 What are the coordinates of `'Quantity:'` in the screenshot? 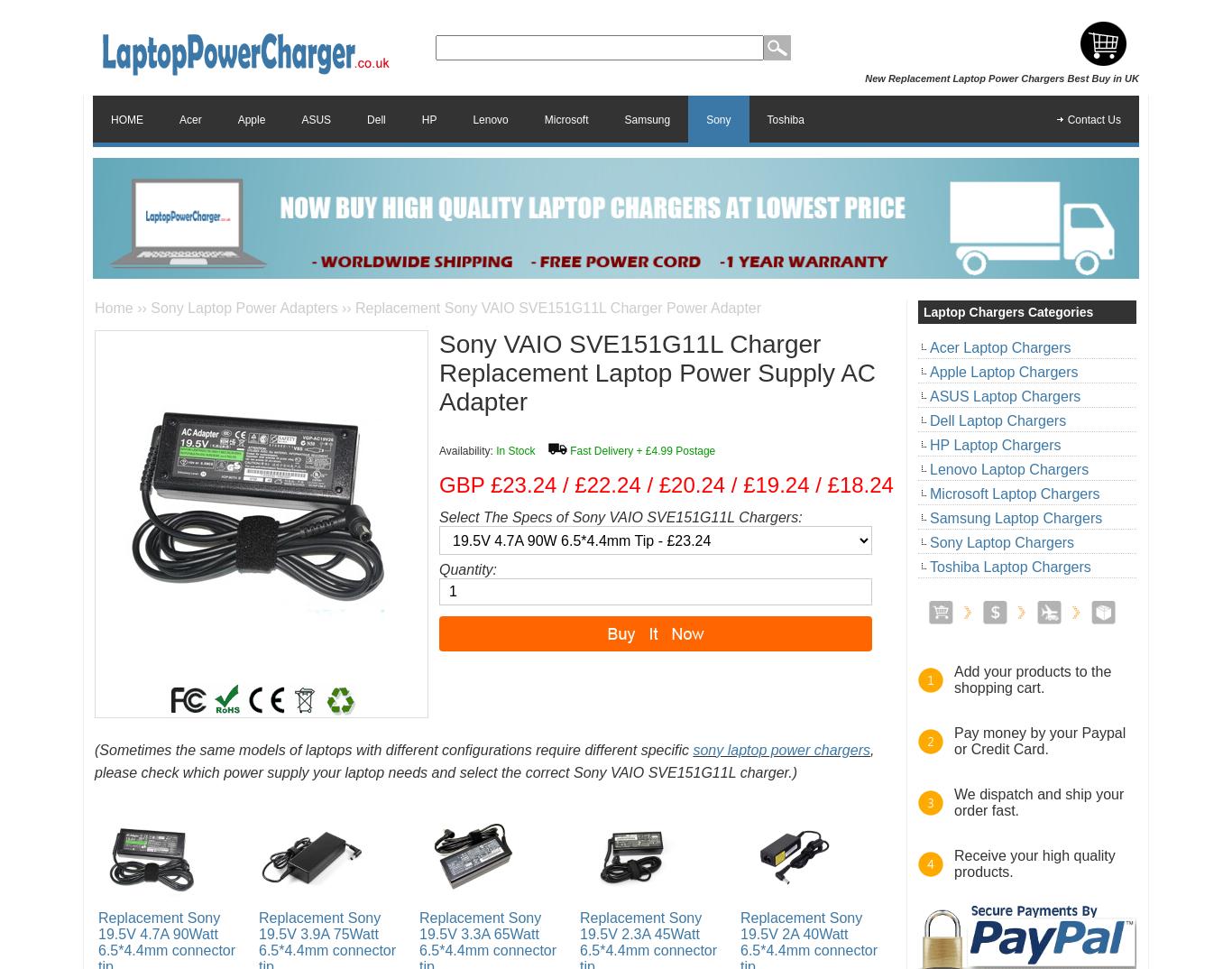 It's located at (438, 569).